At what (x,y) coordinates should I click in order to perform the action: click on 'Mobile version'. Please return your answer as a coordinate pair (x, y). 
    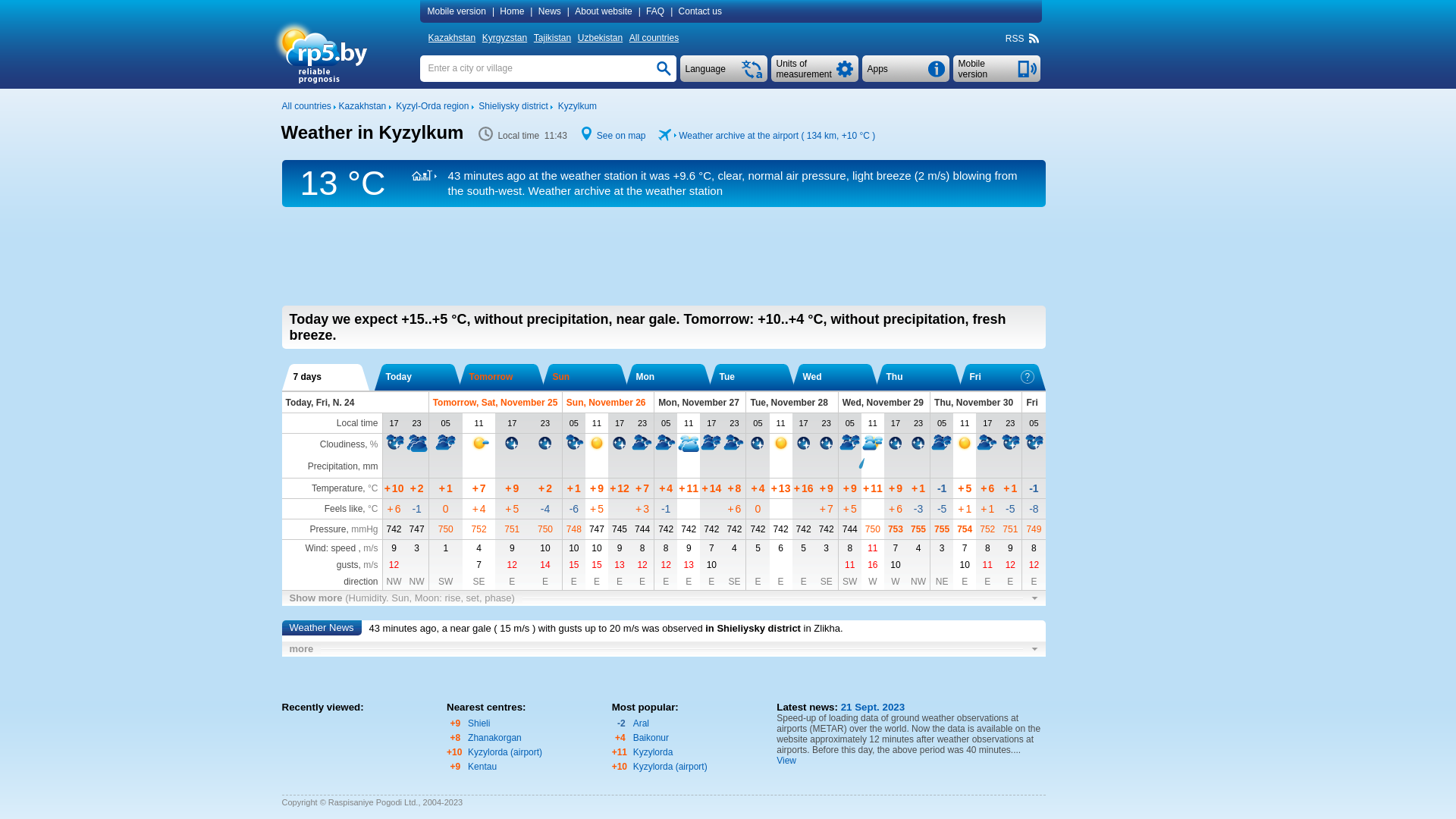
    Looking at the image, I should click on (457, 11).